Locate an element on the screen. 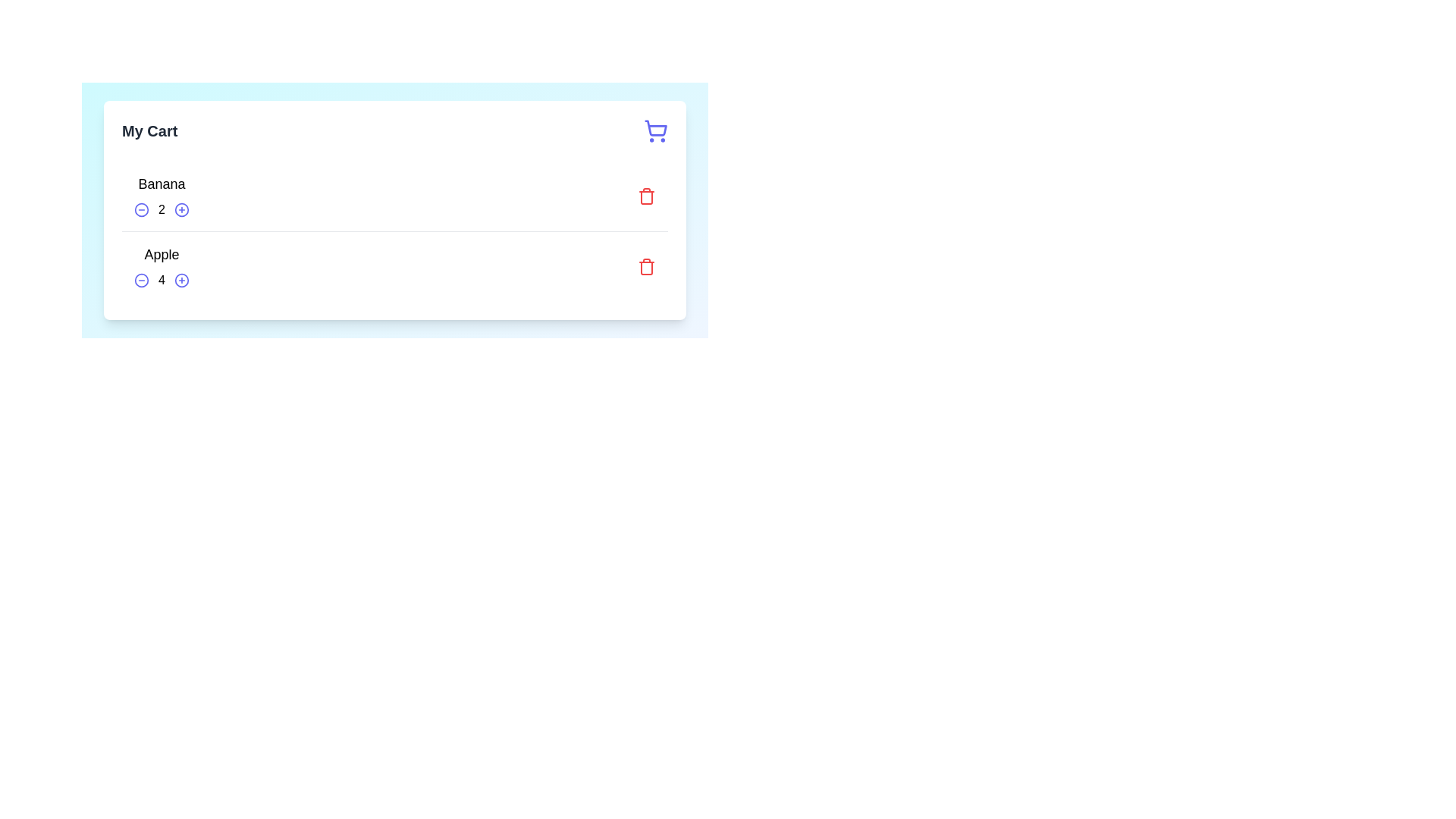 This screenshot has width=1456, height=819. the shopping cart icon outline, which is located in the top-right corner of the interface, above the item list is located at coordinates (656, 127).